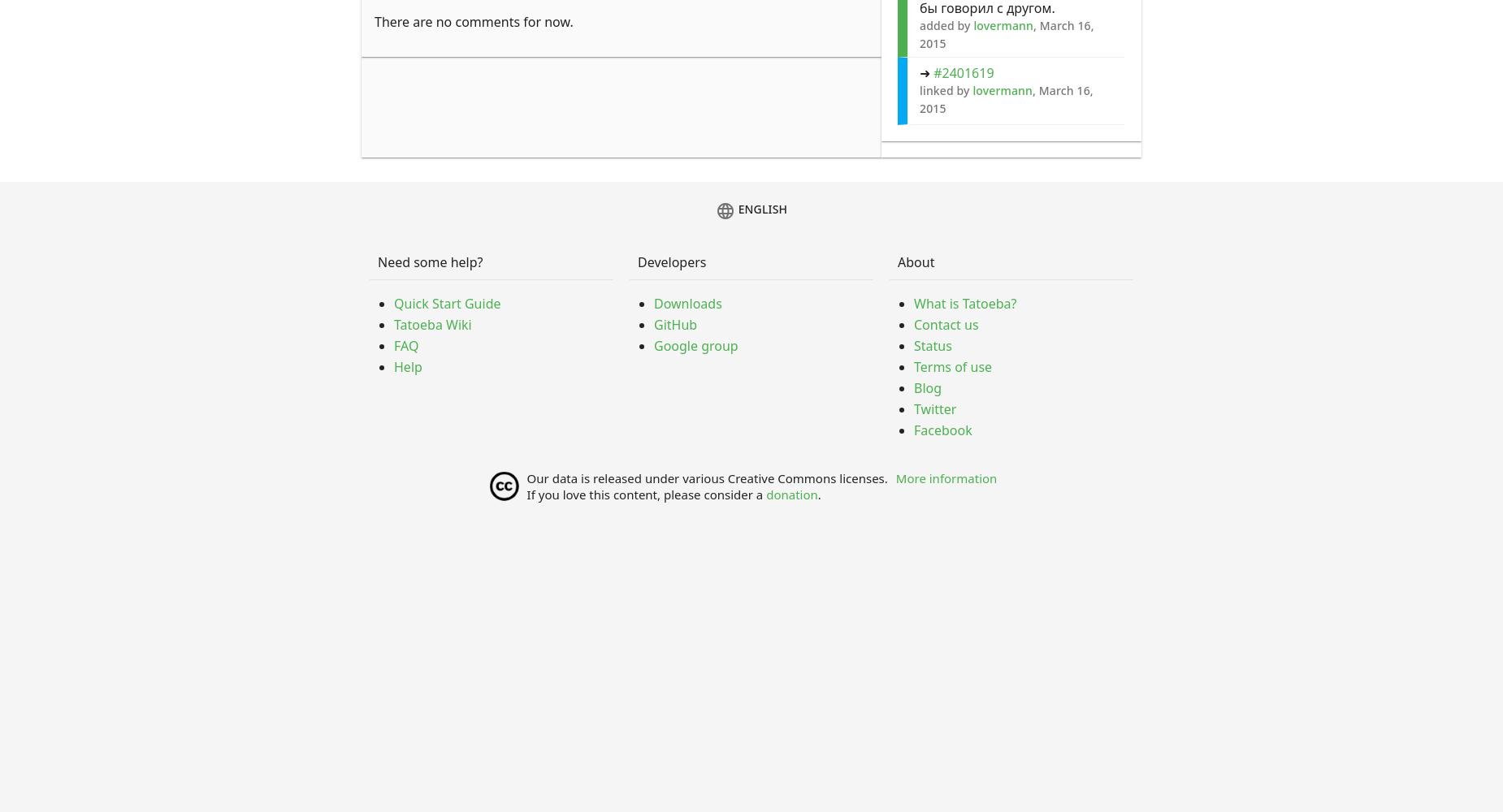 The width and height of the screenshot is (1503, 812). Describe the element at coordinates (653, 325) in the screenshot. I see `'GitHub'` at that location.